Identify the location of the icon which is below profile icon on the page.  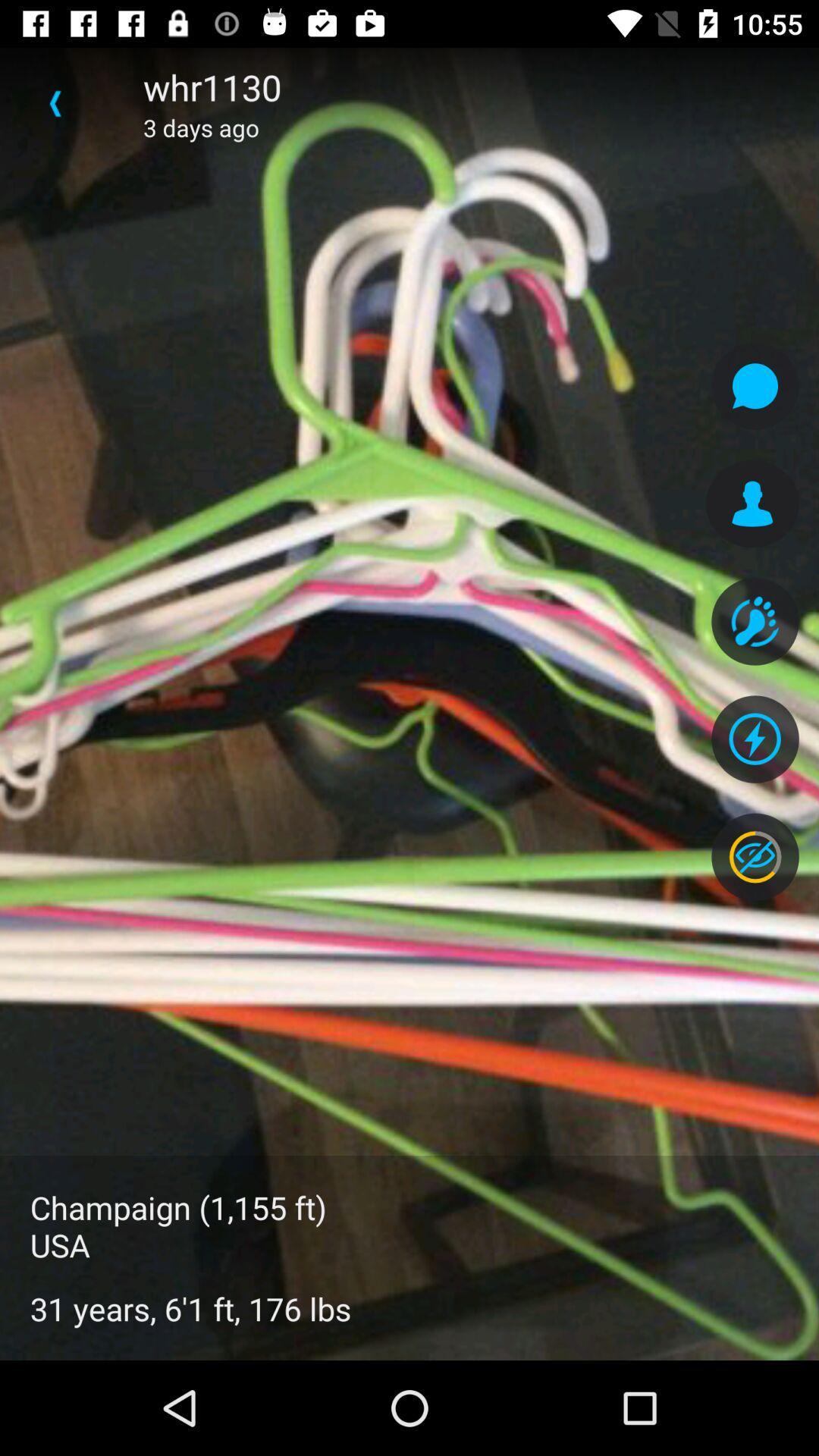
(755, 622).